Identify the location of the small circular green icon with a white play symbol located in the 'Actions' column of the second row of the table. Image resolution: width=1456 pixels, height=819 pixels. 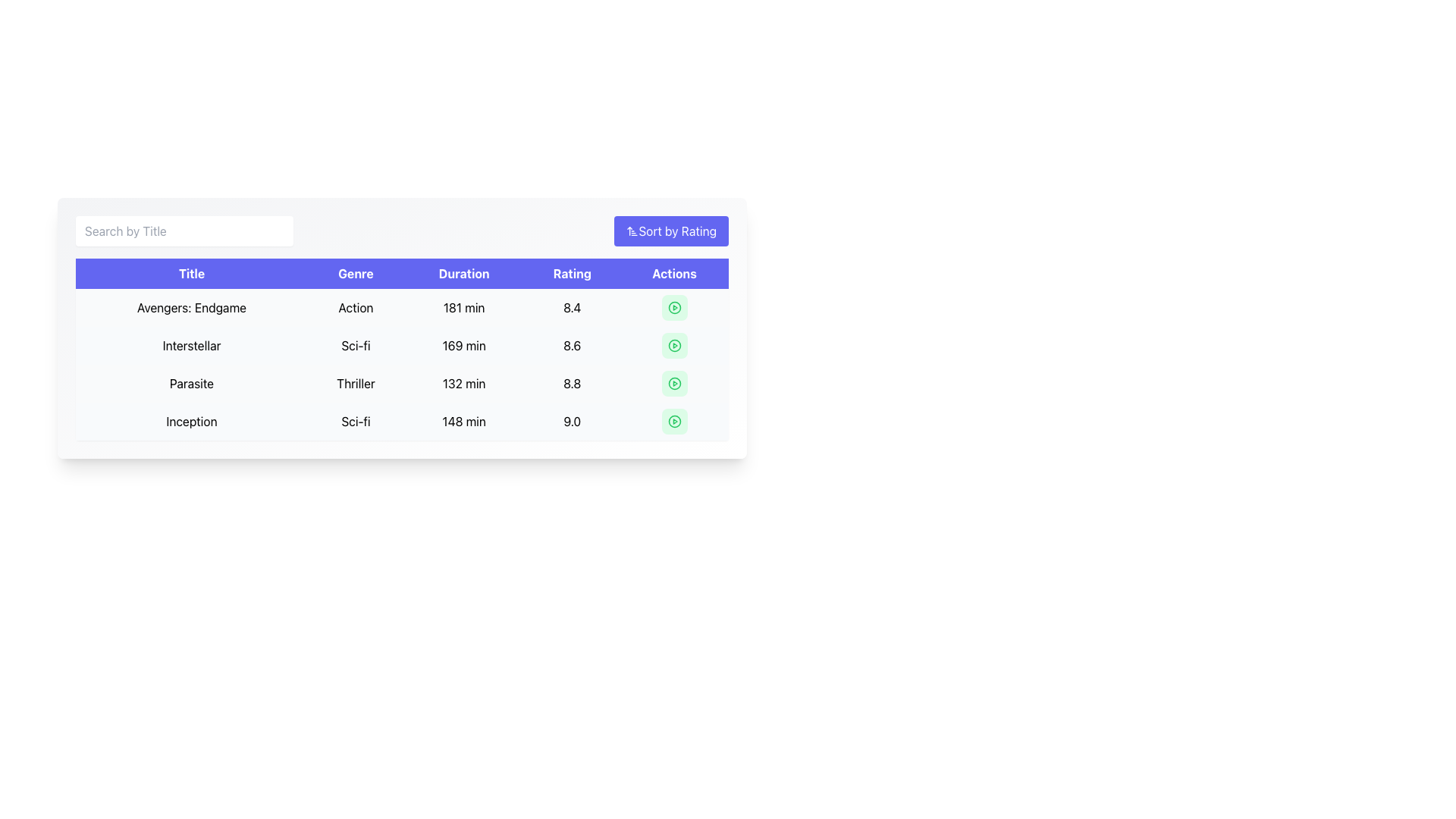
(673, 345).